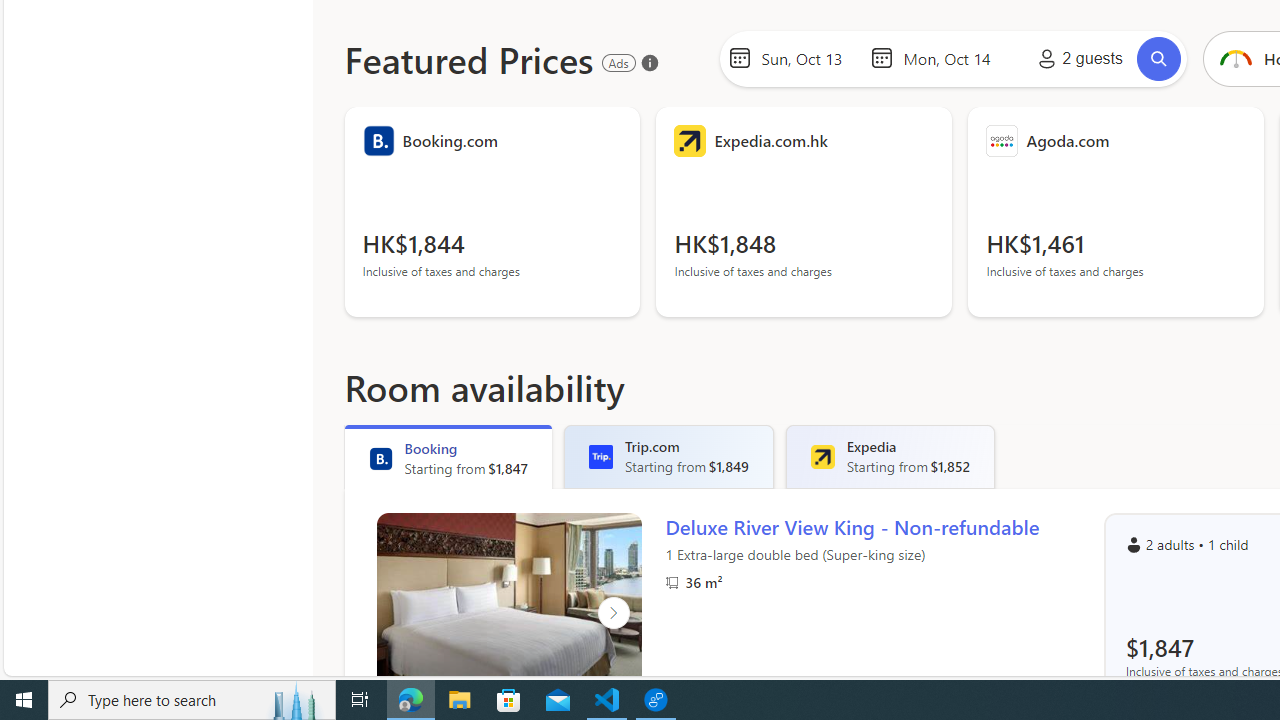 This screenshot has height=720, width=1280. Describe the element at coordinates (447, 456) in the screenshot. I see `'Booking Booking Starting from $1,847'` at that location.